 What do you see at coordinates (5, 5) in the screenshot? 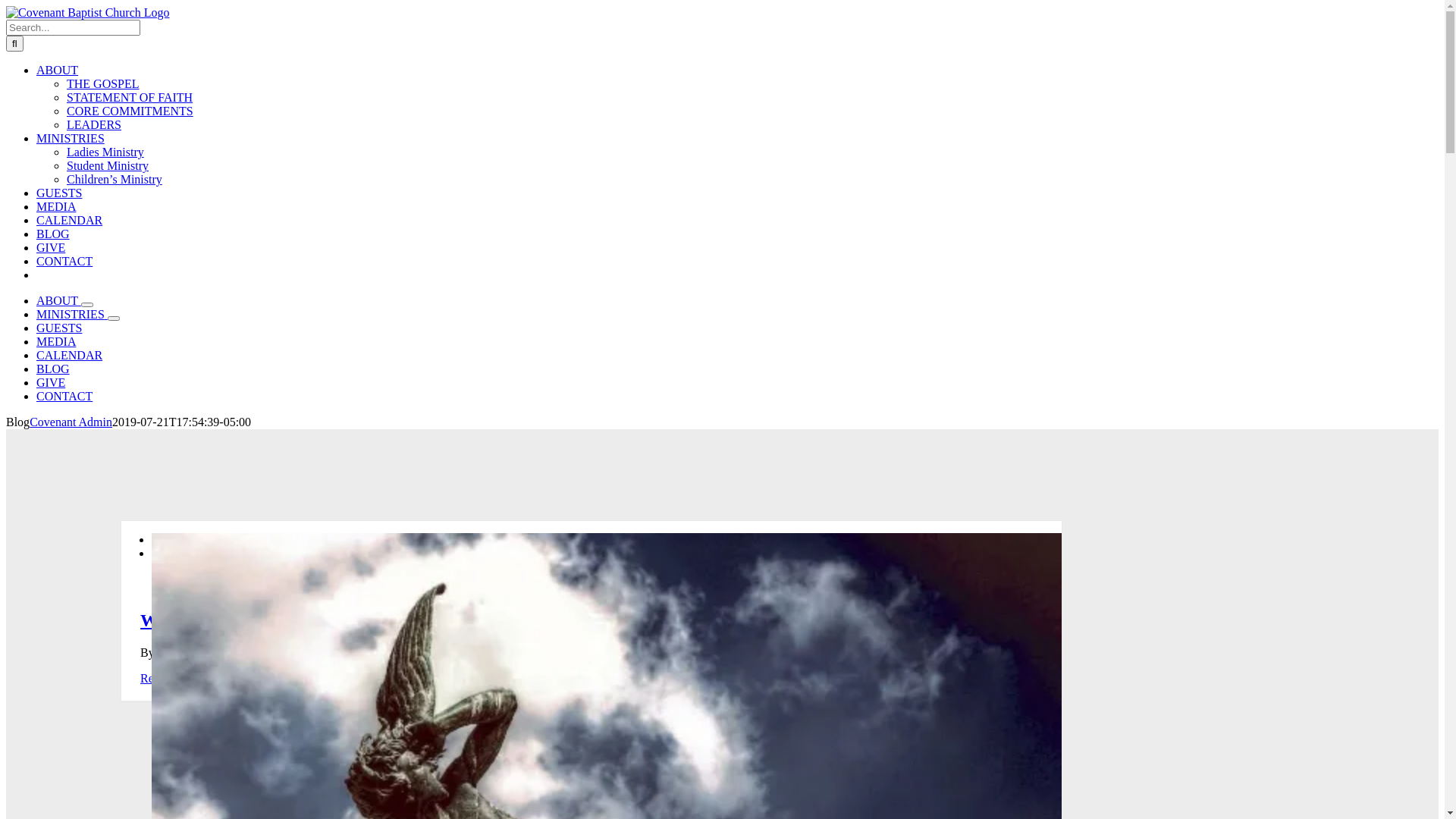
I see `'Skip to content'` at bounding box center [5, 5].